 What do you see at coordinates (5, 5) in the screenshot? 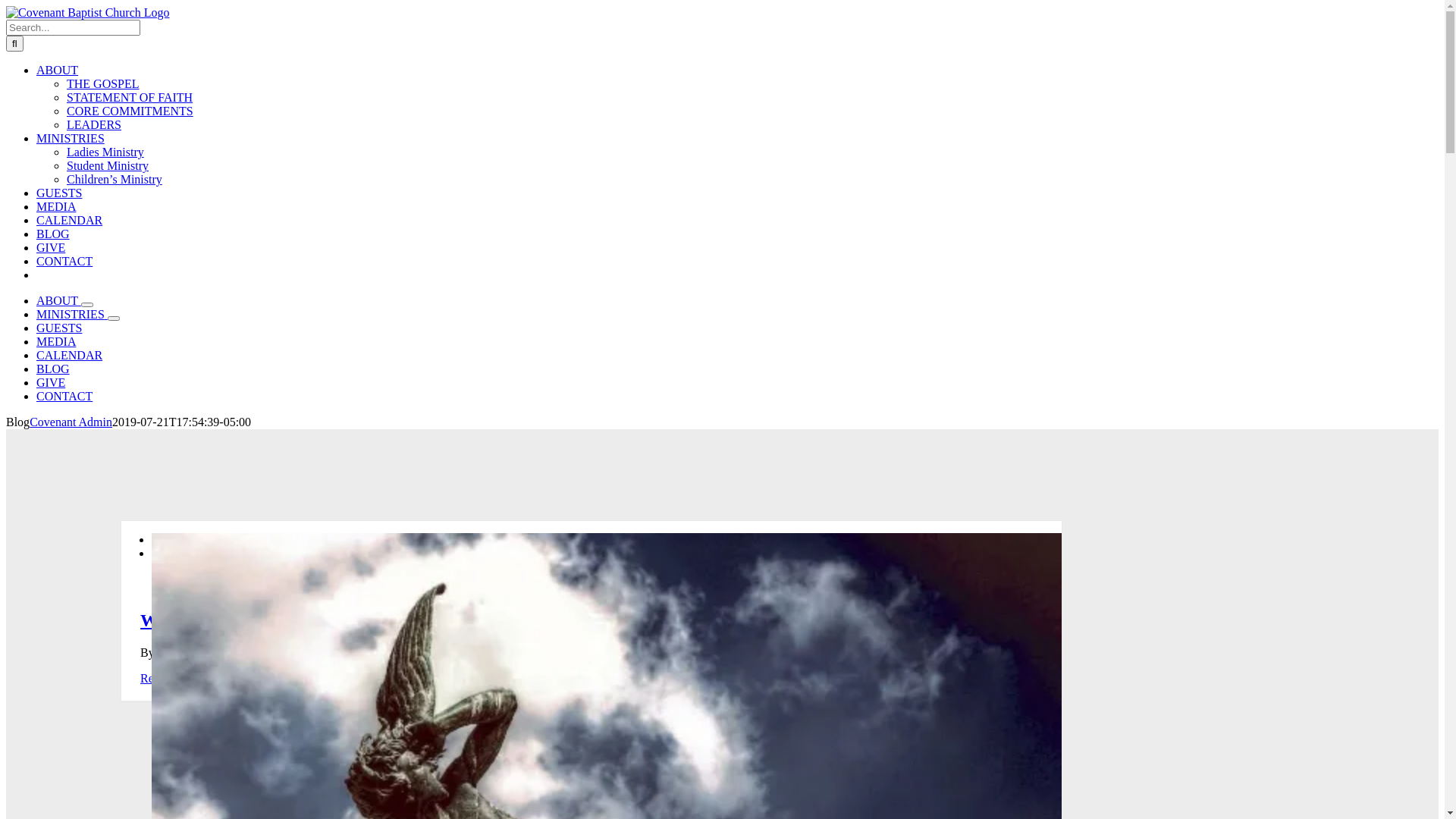
I see `'Skip to content'` at bounding box center [5, 5].